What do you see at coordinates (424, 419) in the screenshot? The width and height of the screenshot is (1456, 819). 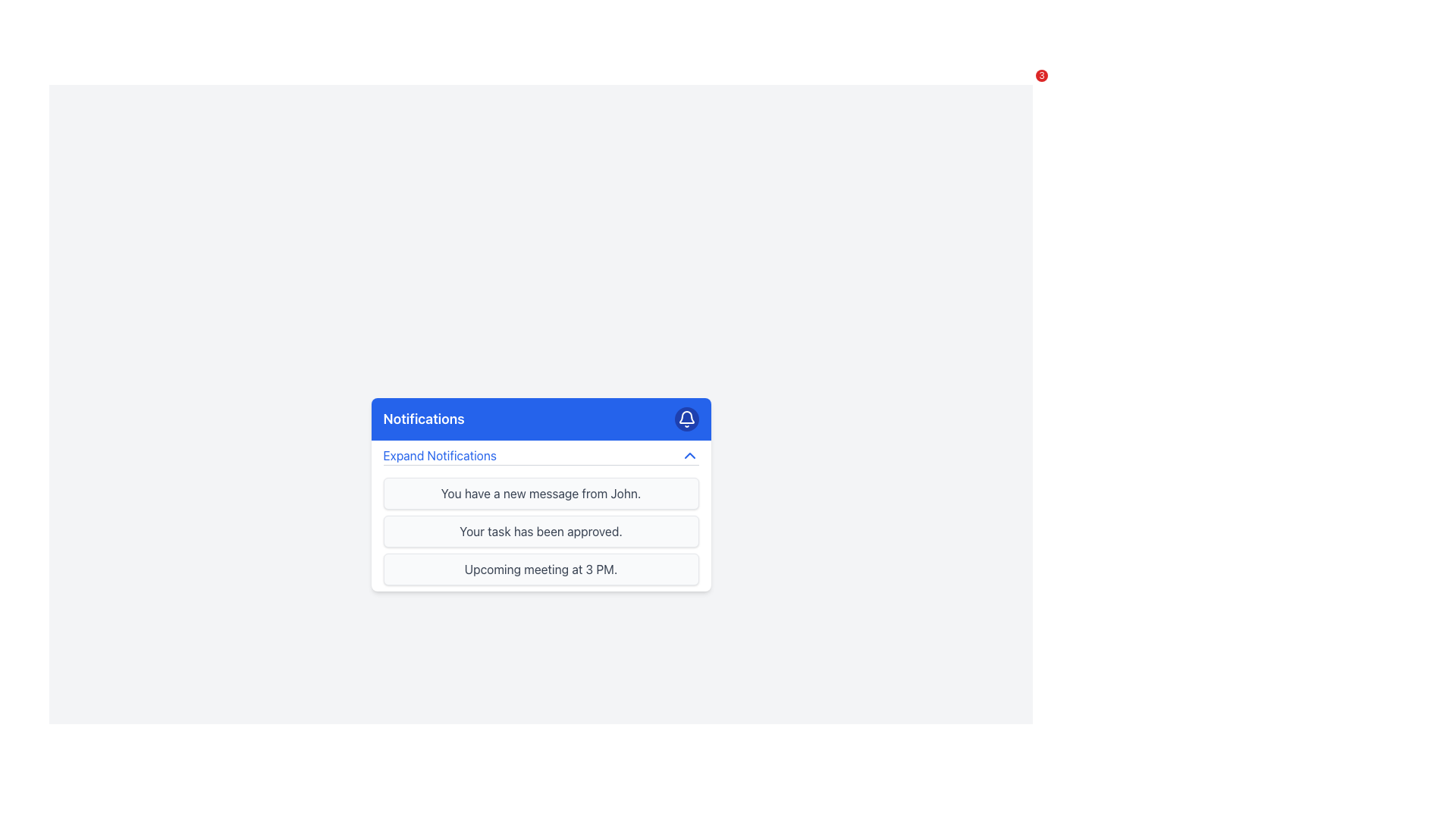 I see `the text label located at the top-left corner of the blue header bar within the notification widget, which serves as a heading for the section below` at bounding box center [424, 419].